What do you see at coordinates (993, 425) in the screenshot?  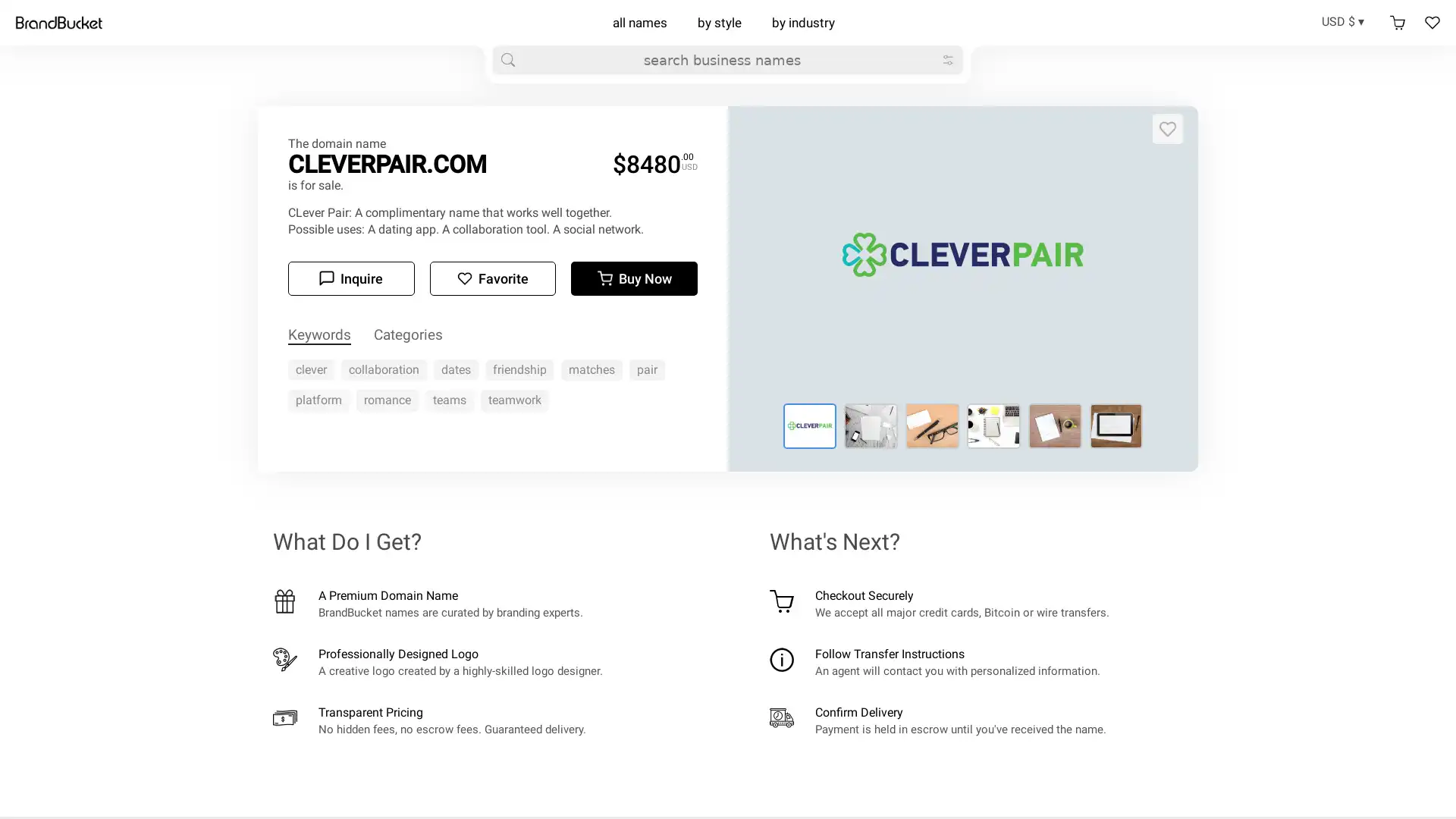 I see `Logo for cleverpair.com` at bounding box center [993, 425].